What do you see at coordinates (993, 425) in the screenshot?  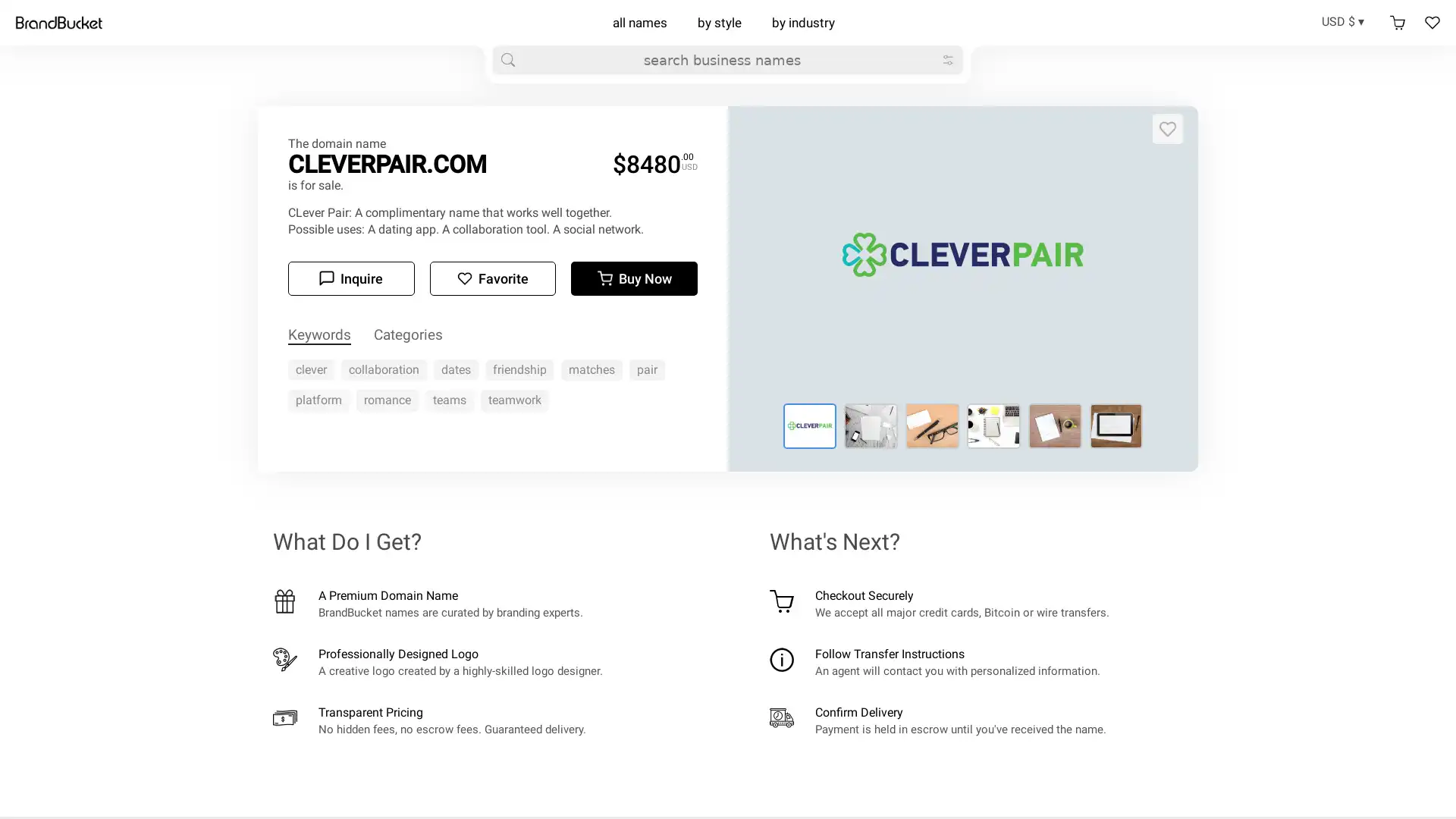 I see `Logo for cleverpair.com` at bounding box center [993, 425].